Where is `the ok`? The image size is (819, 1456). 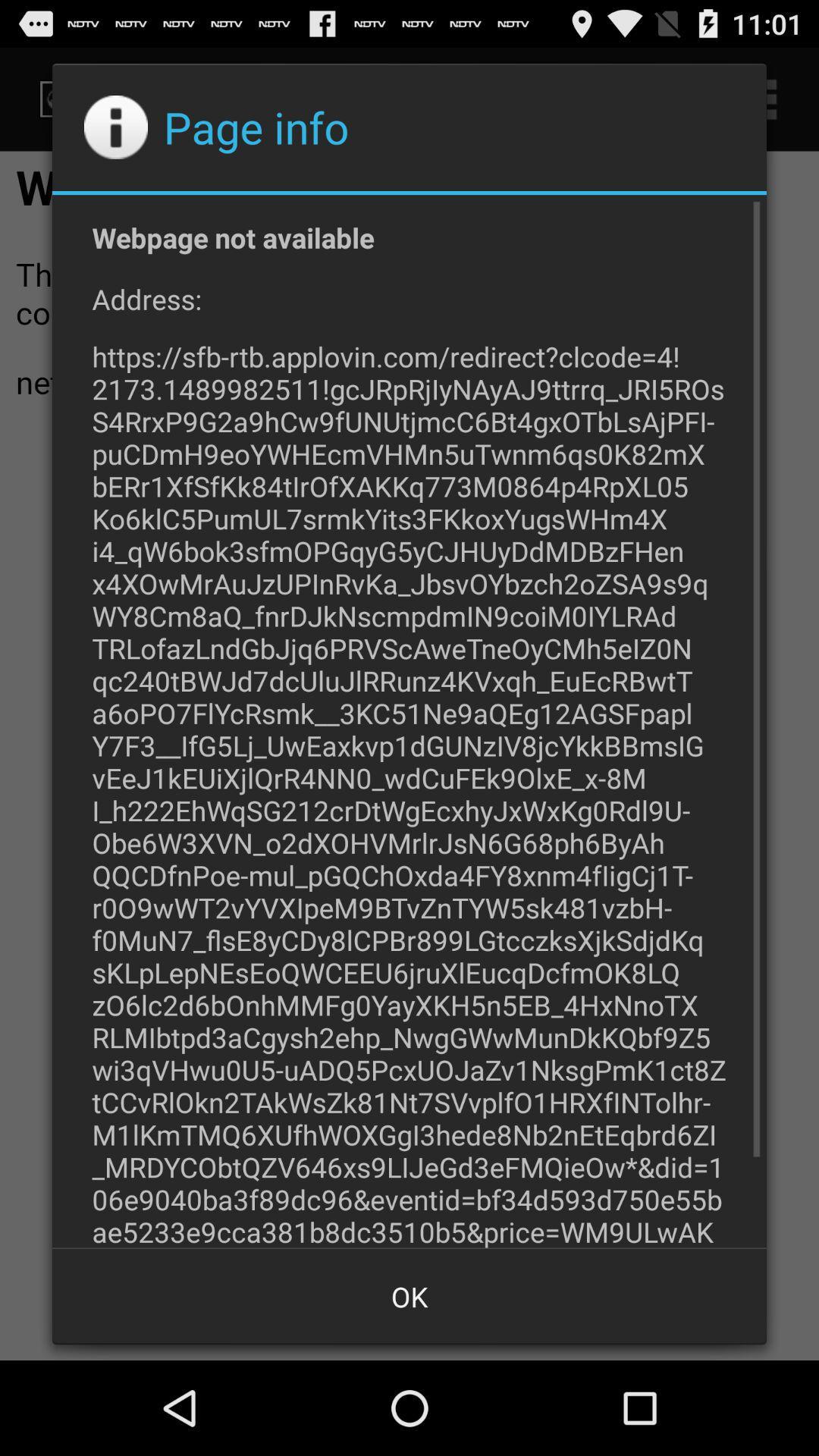 the ok is located at coordinates (409, 1295).